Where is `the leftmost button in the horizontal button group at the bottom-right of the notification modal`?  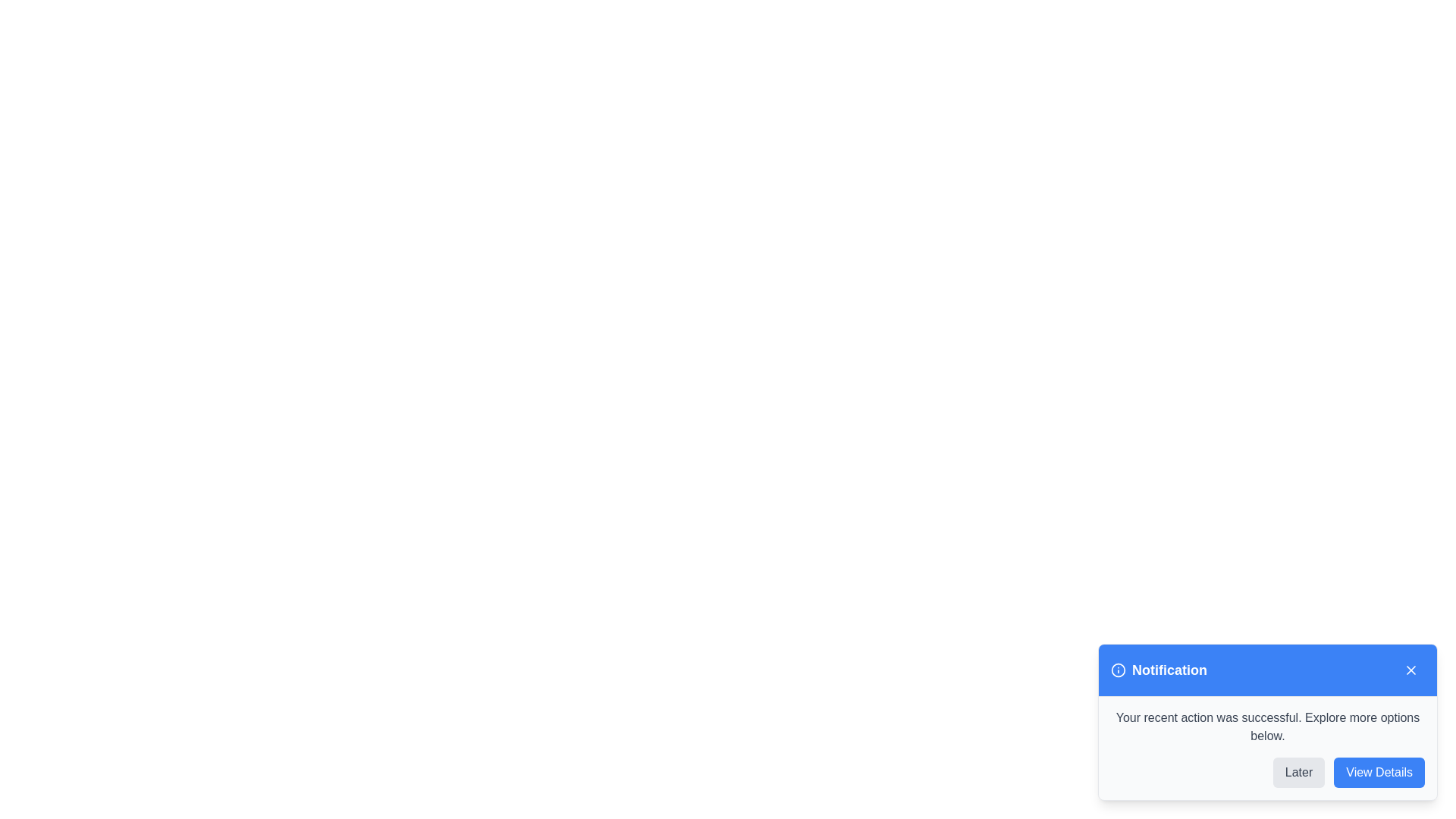
the leftmost button in the horizontal button group at the bottom-right of the notification modal is located at coordinates (1298, 772).